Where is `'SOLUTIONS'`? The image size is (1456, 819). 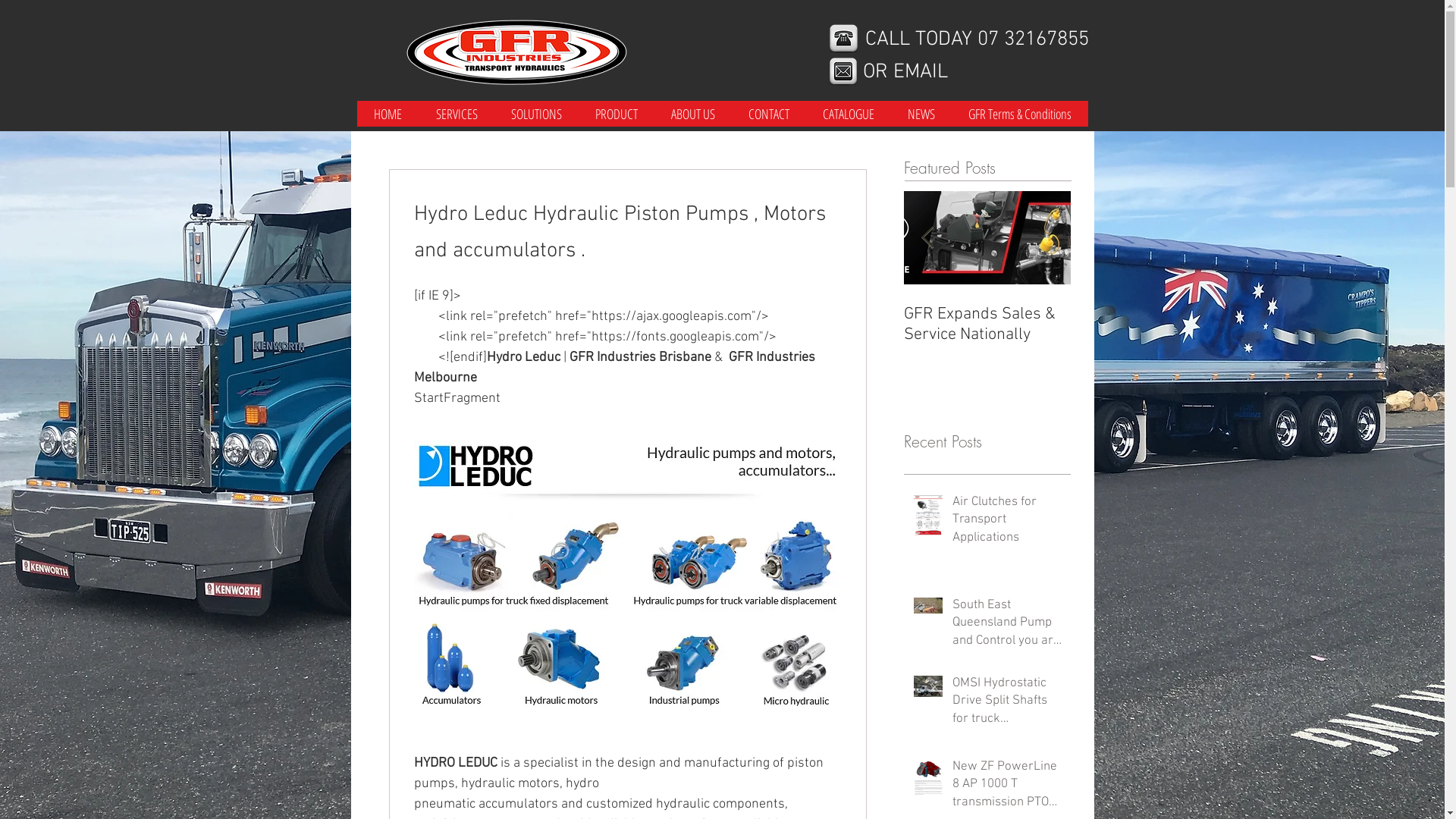
'SOLUTIONS' is located at coordinates (536, 113).